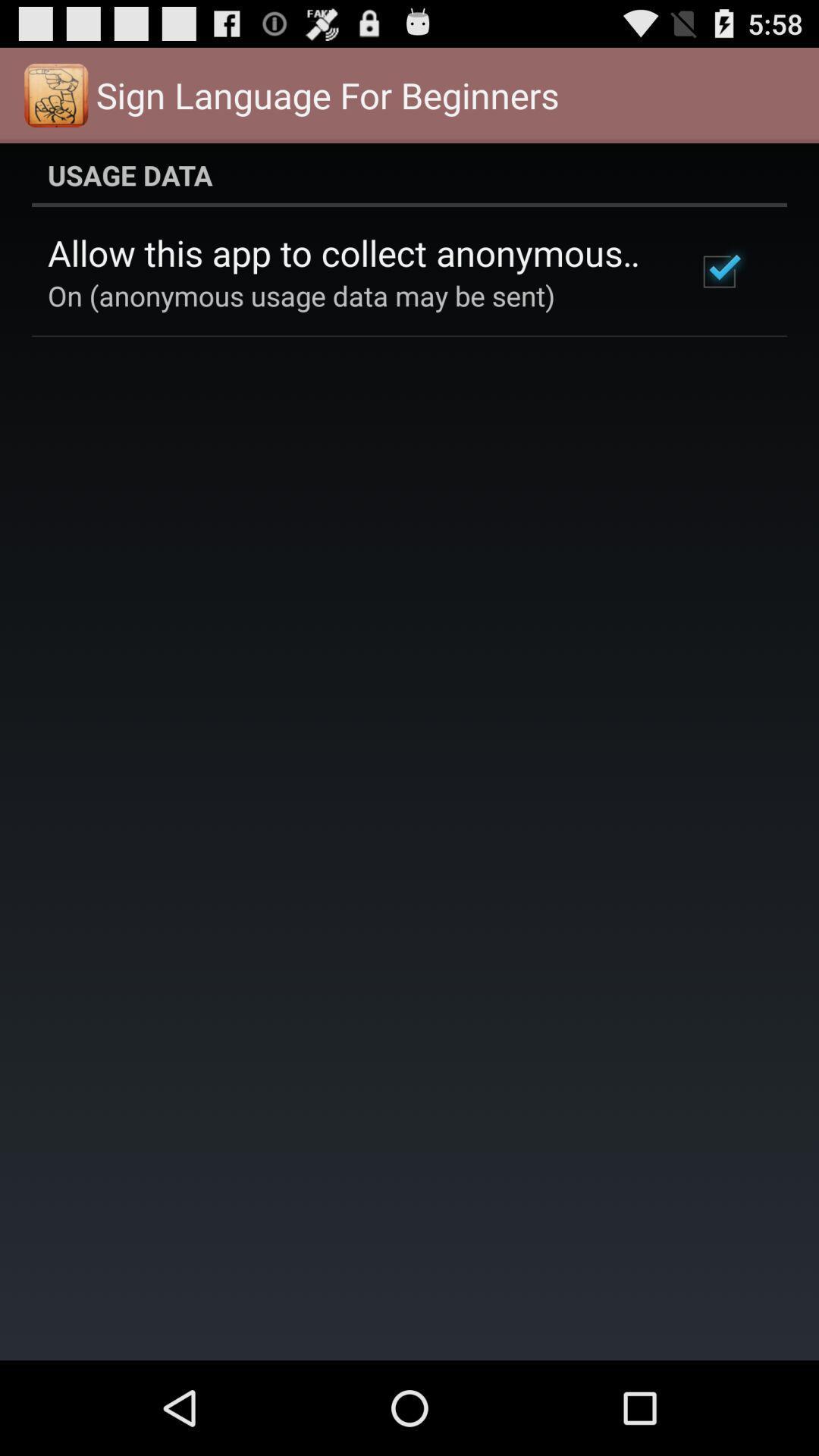  I want to click on icon next to the allow this app, so click(718, 271).